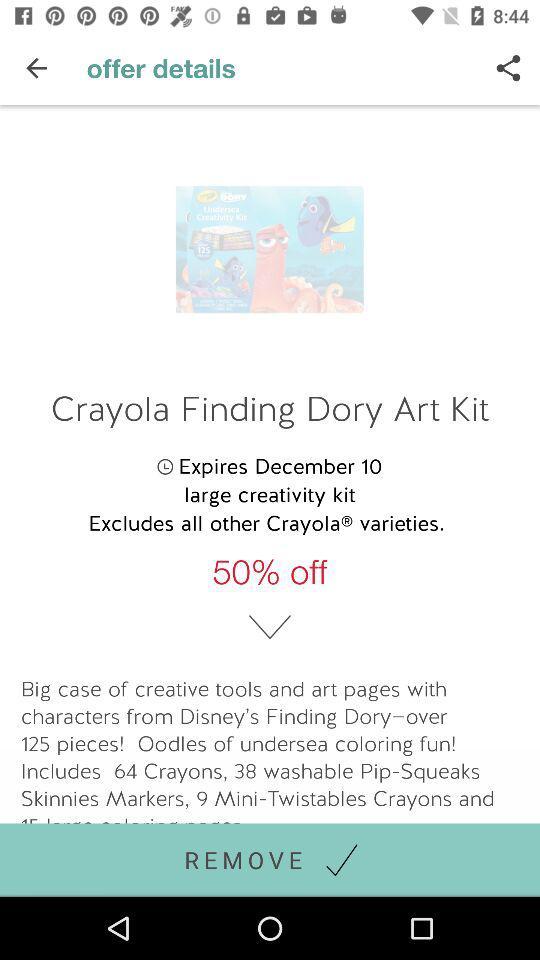 This screenshot has width=540, height=960. Describe the element at coordinates (36, 68) in the screenshot. I see `icon to the left of offer details item` at that location.